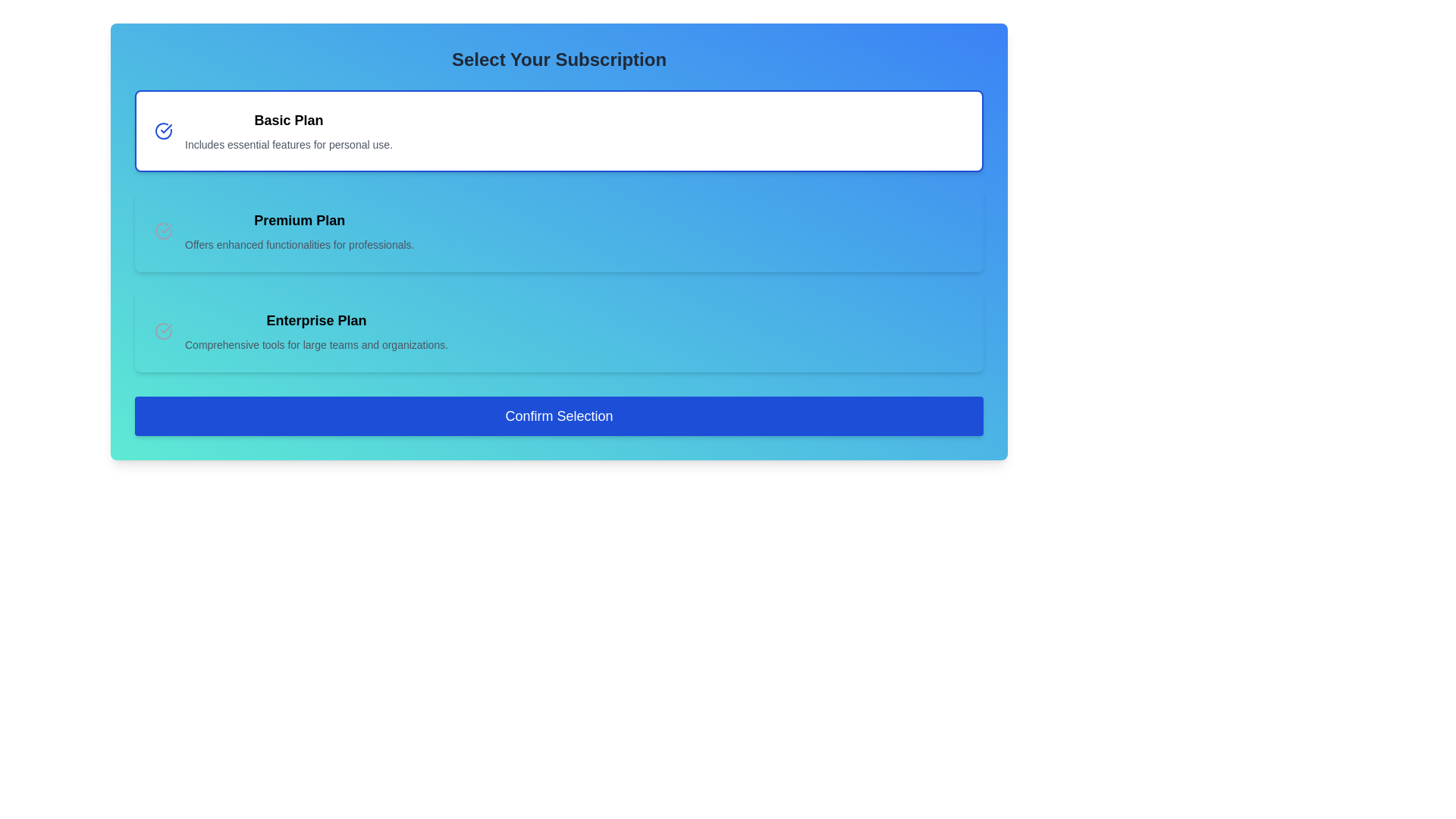 This screenshot has height=819, width=1456. I want to click on the confirmation button for subscription choice, so click(558, 416).